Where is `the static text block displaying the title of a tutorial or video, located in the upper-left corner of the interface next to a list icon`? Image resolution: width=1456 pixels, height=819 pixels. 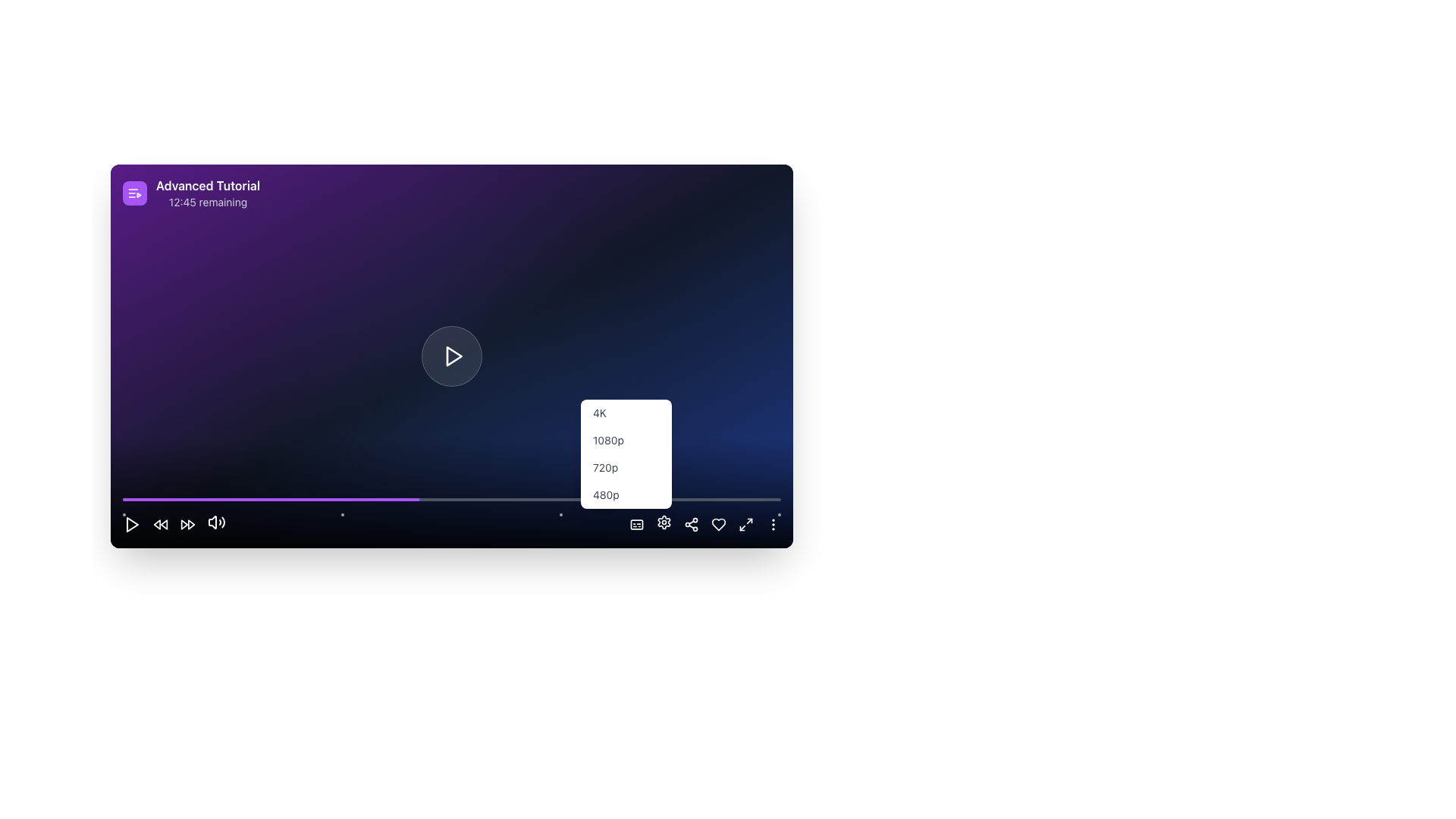
the static text block displaying the title of a tutorial or video, located in the upper-left corner of the interface next to a list icon is located at coordinates (207, 192).